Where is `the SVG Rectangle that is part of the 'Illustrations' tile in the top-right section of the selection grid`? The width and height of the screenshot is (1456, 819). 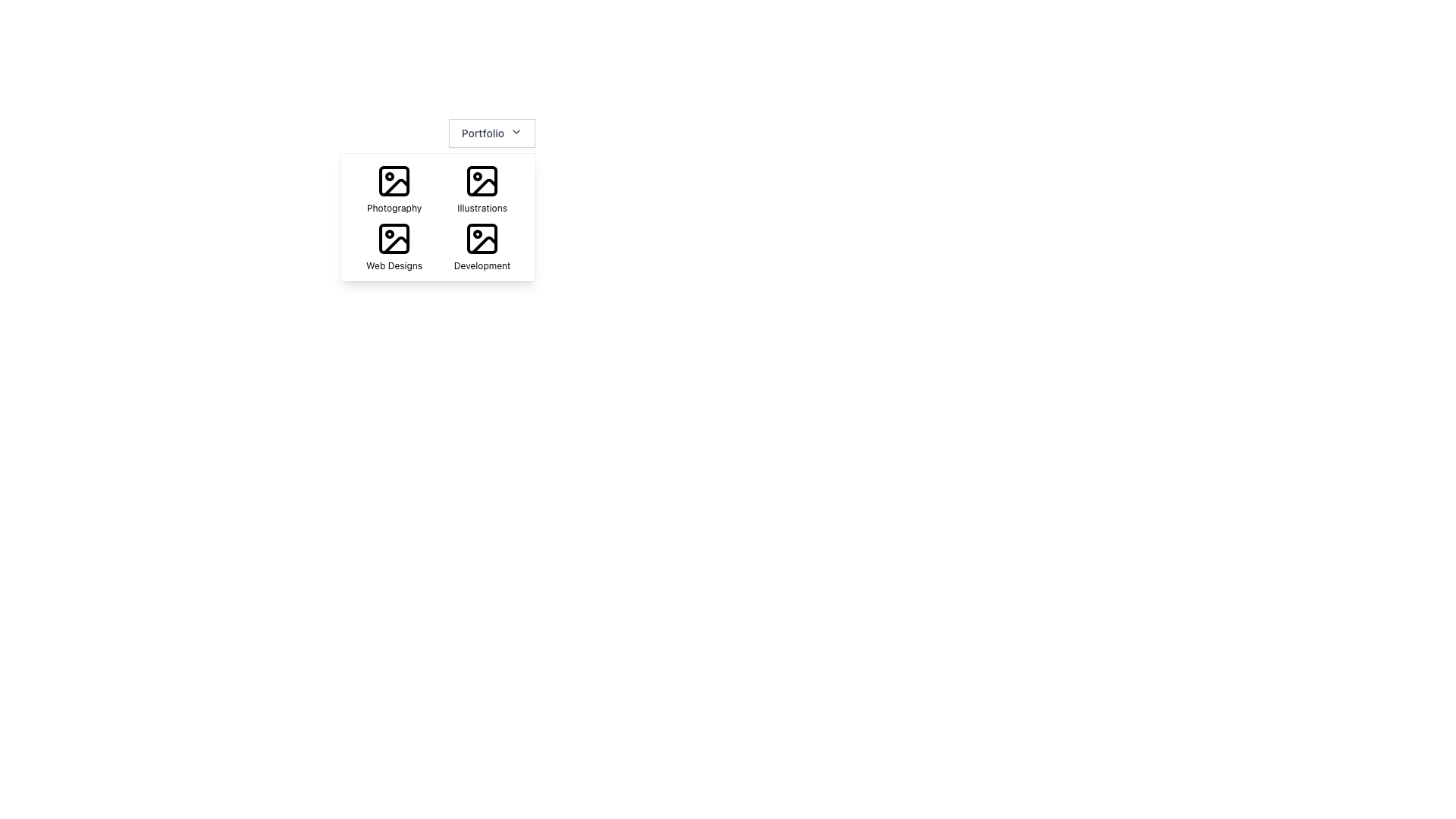 the SVG Rectangle that is part of the 'Illustrations' tile in the top-right section of the selection grid is located at coordinates (482, 180).